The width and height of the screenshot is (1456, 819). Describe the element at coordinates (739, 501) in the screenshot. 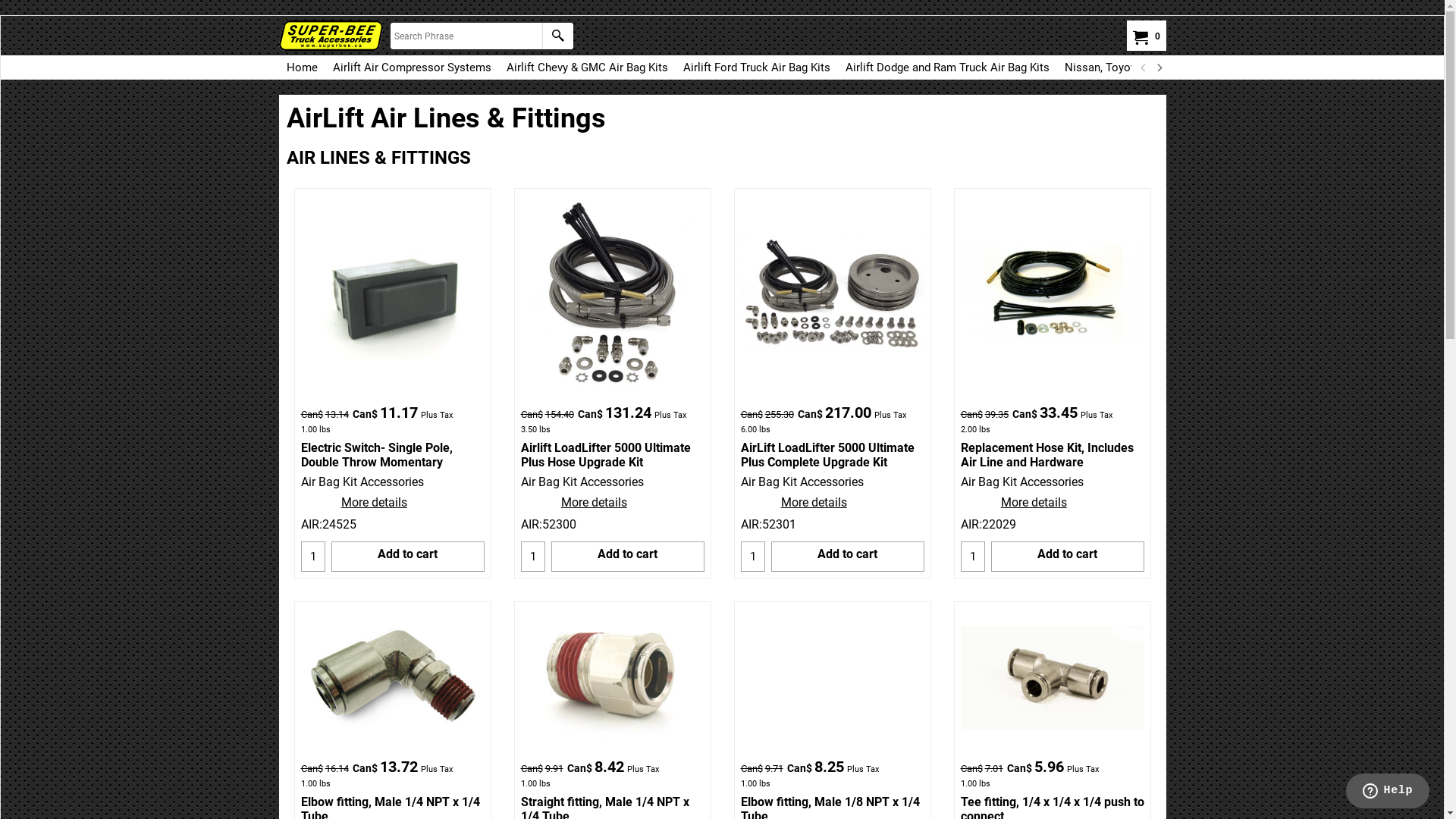

I see `'More details'` at that location.